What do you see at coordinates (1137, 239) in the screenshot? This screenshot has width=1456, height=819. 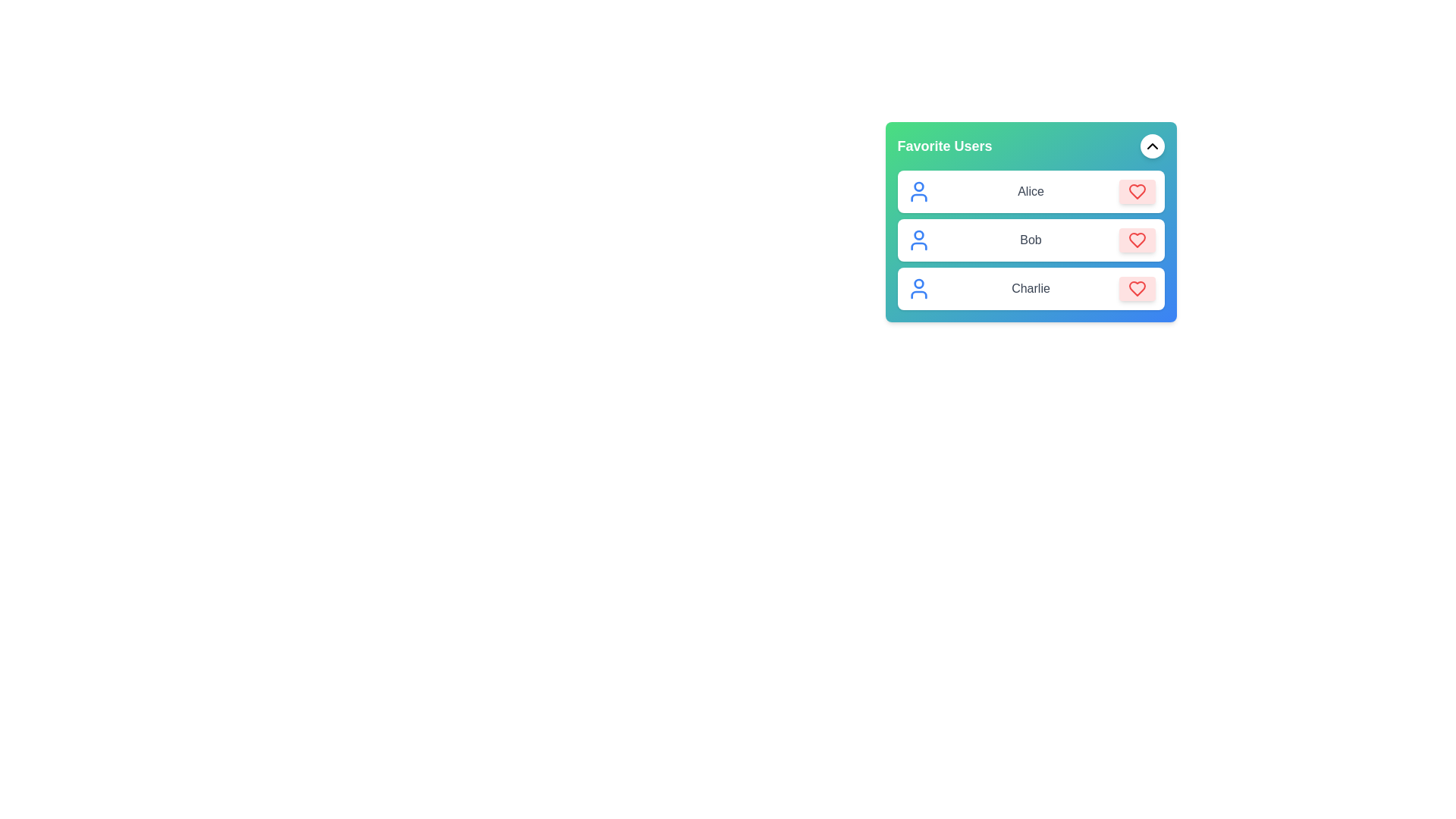 I see `the heart button next to the user Bob` at bounding box center [1137, 239].